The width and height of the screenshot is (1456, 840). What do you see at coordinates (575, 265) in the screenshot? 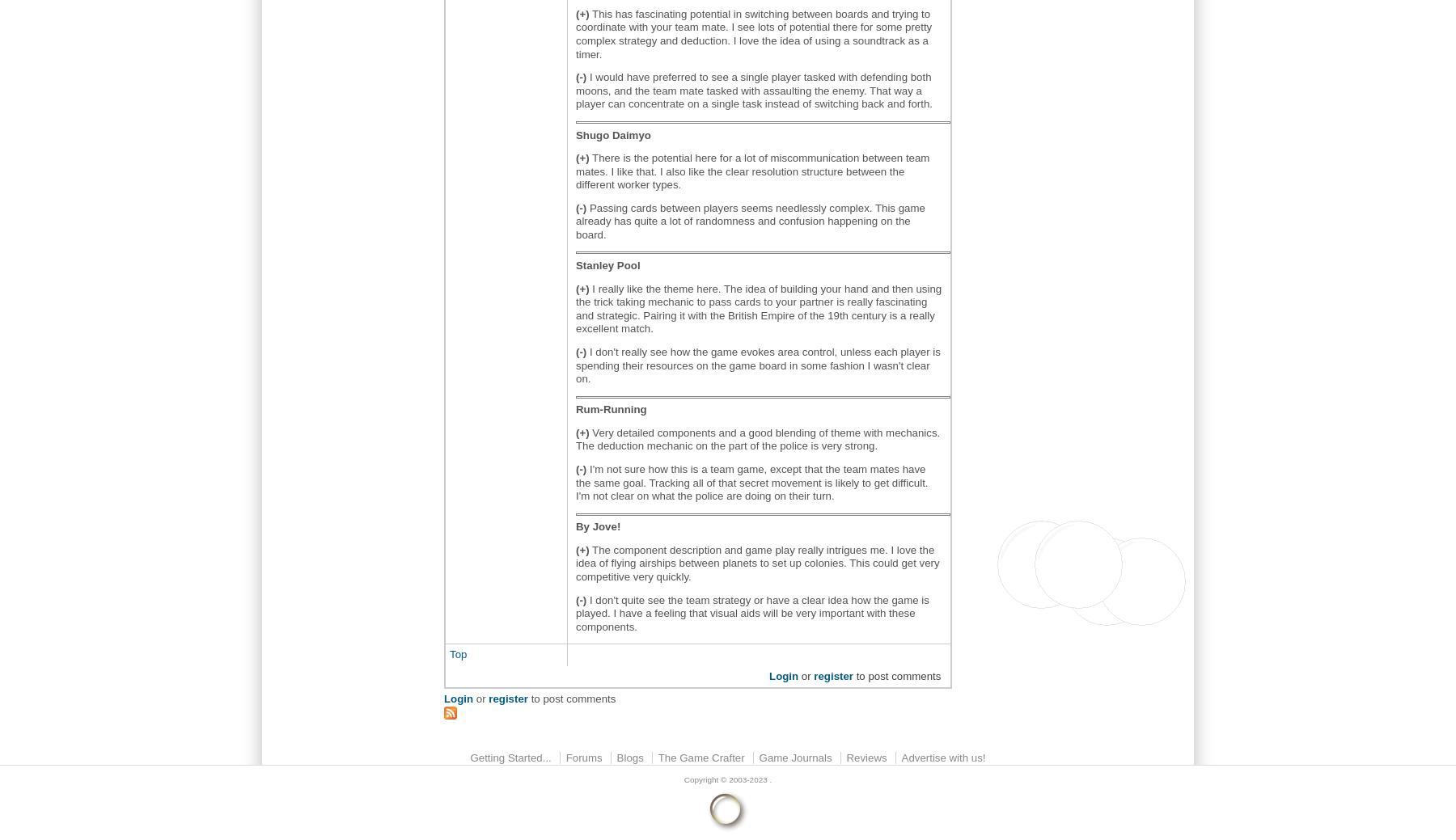
I see `'Stanley Pool'` at bounding box center [575, 265].